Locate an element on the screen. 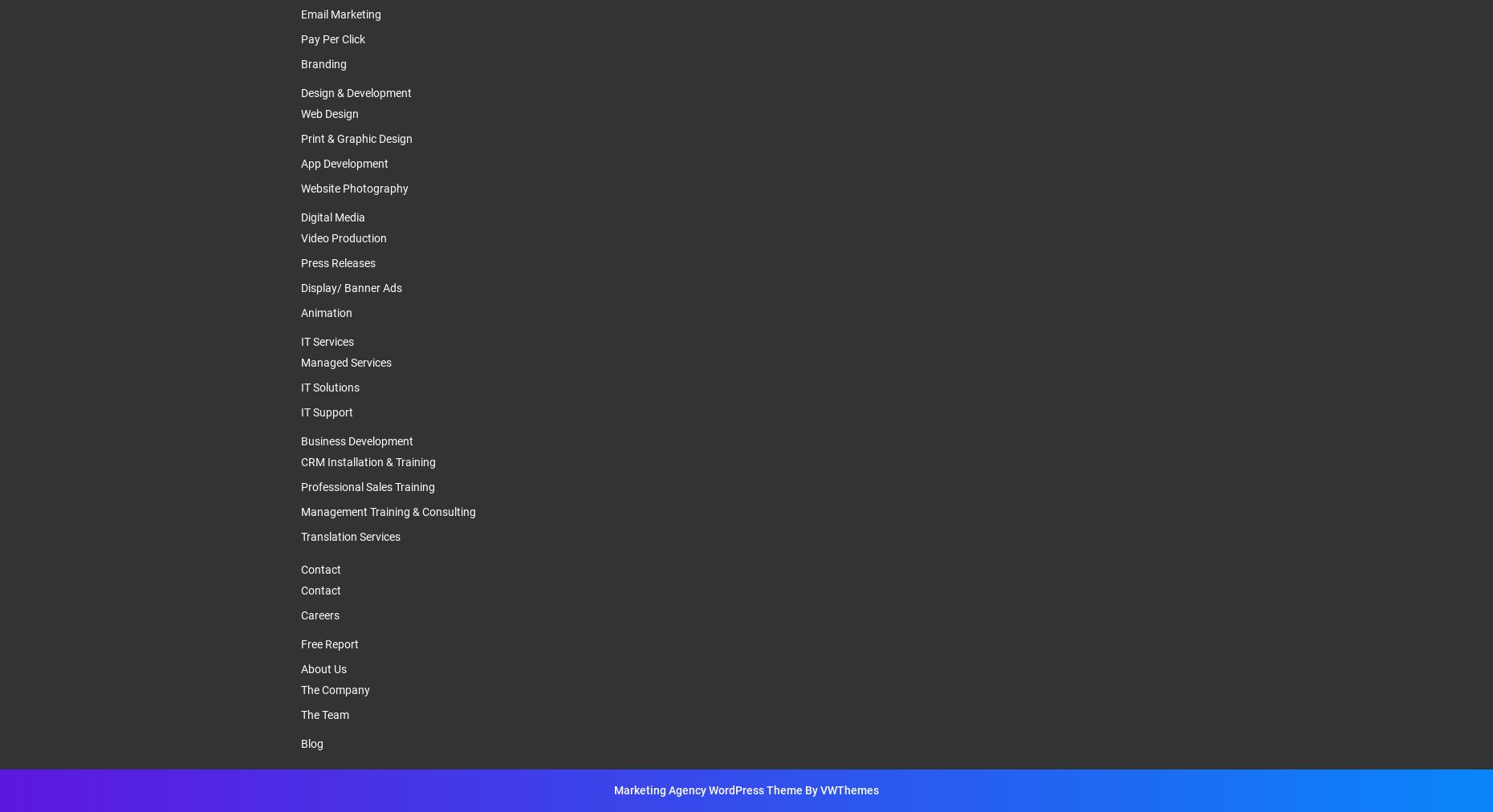  'Careers' is located at coordinates (319, 614).